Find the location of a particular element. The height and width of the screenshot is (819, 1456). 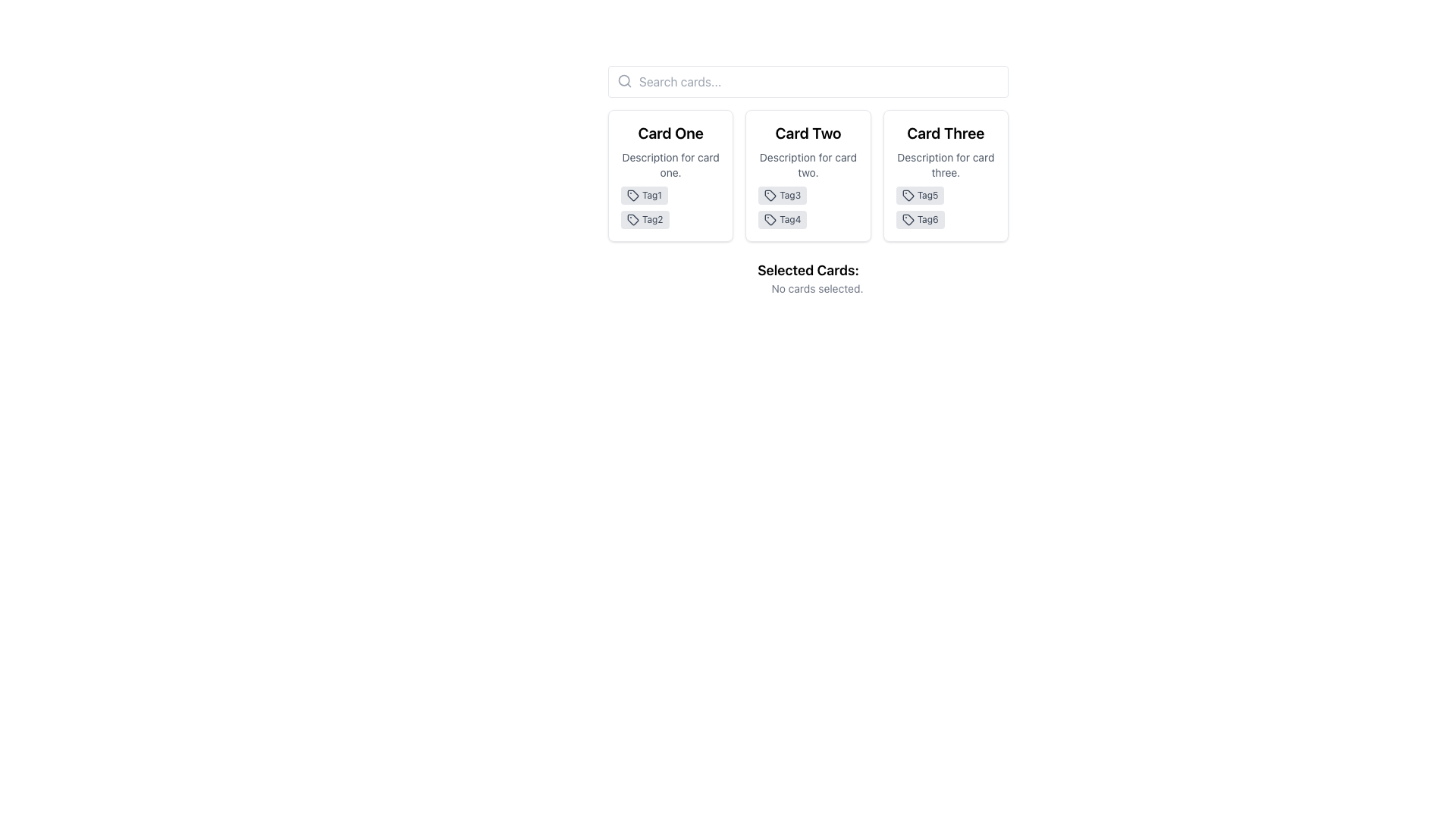

the text label displaying 'Description for card one.' which is located in the middle section of the first card labeled 'Card One.' is located at coordinates (670, 165).